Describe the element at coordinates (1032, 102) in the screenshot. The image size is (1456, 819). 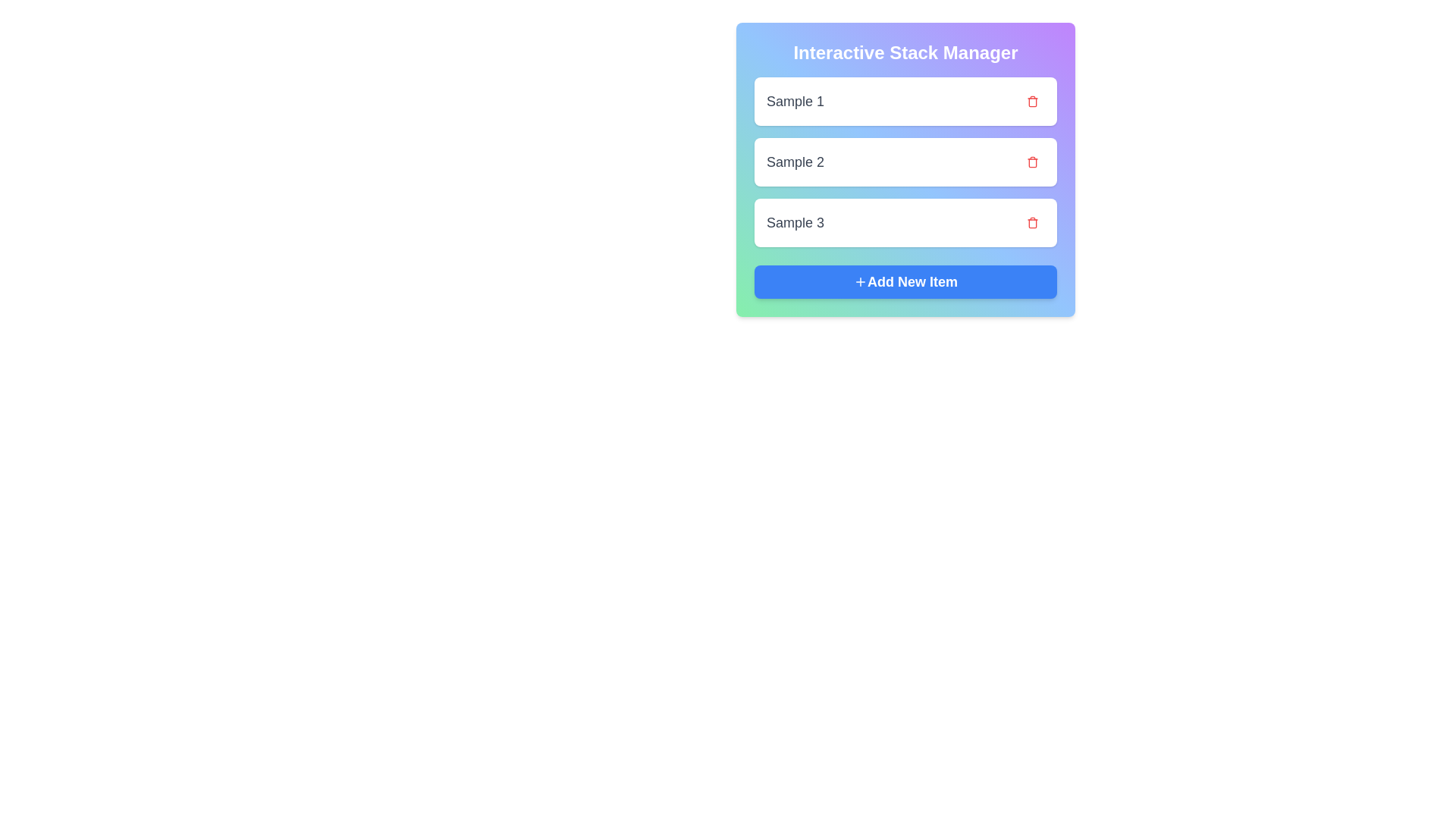
I see `the delete button icon located to the right of the 'Sample 2' text input field` at that location.